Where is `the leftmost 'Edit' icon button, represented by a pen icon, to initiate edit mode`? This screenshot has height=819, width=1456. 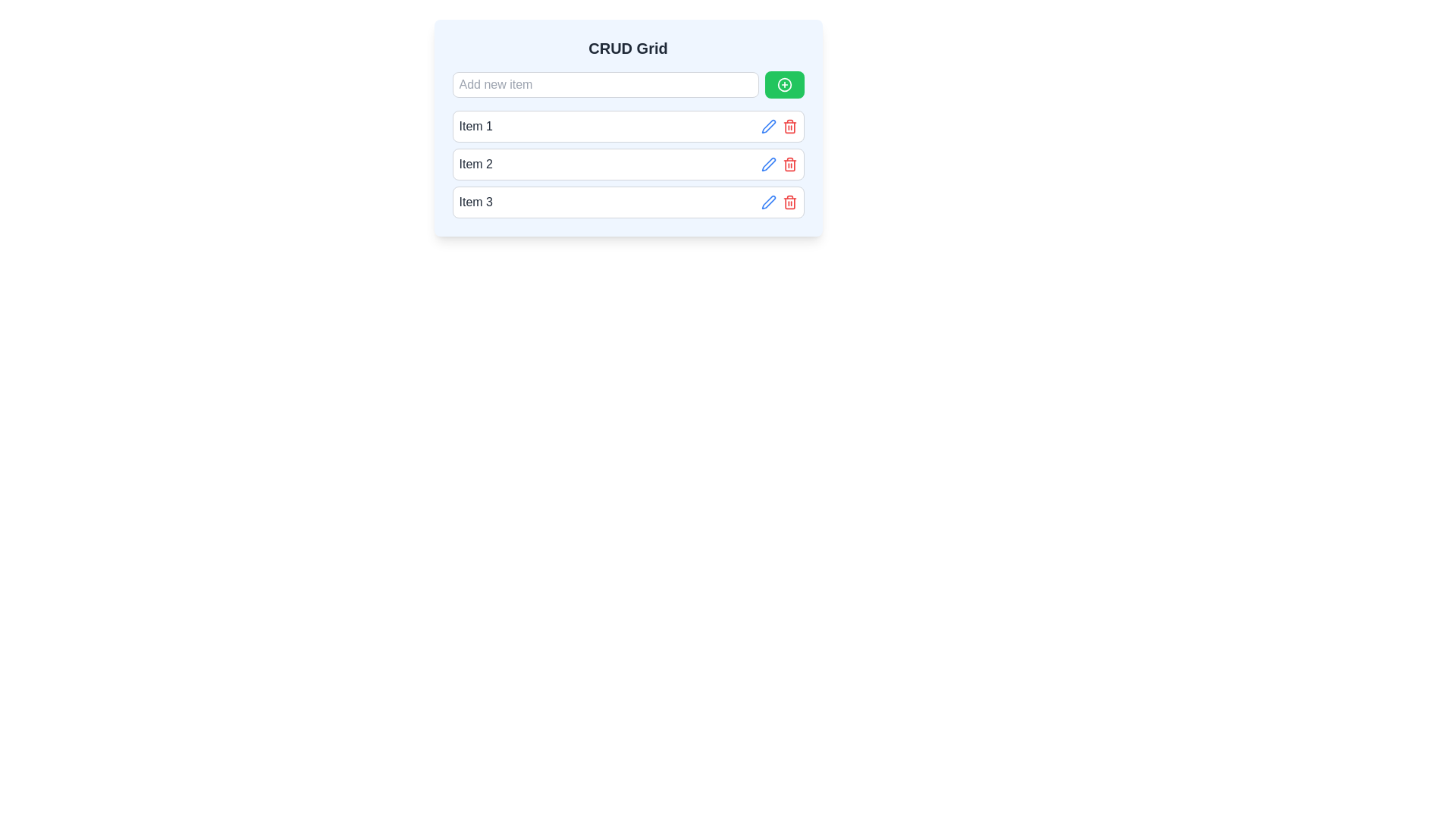 the leftmost 'Edit' icon button, represented by a pen icon, to initiate edit mode is located at coordinates (768, 125).